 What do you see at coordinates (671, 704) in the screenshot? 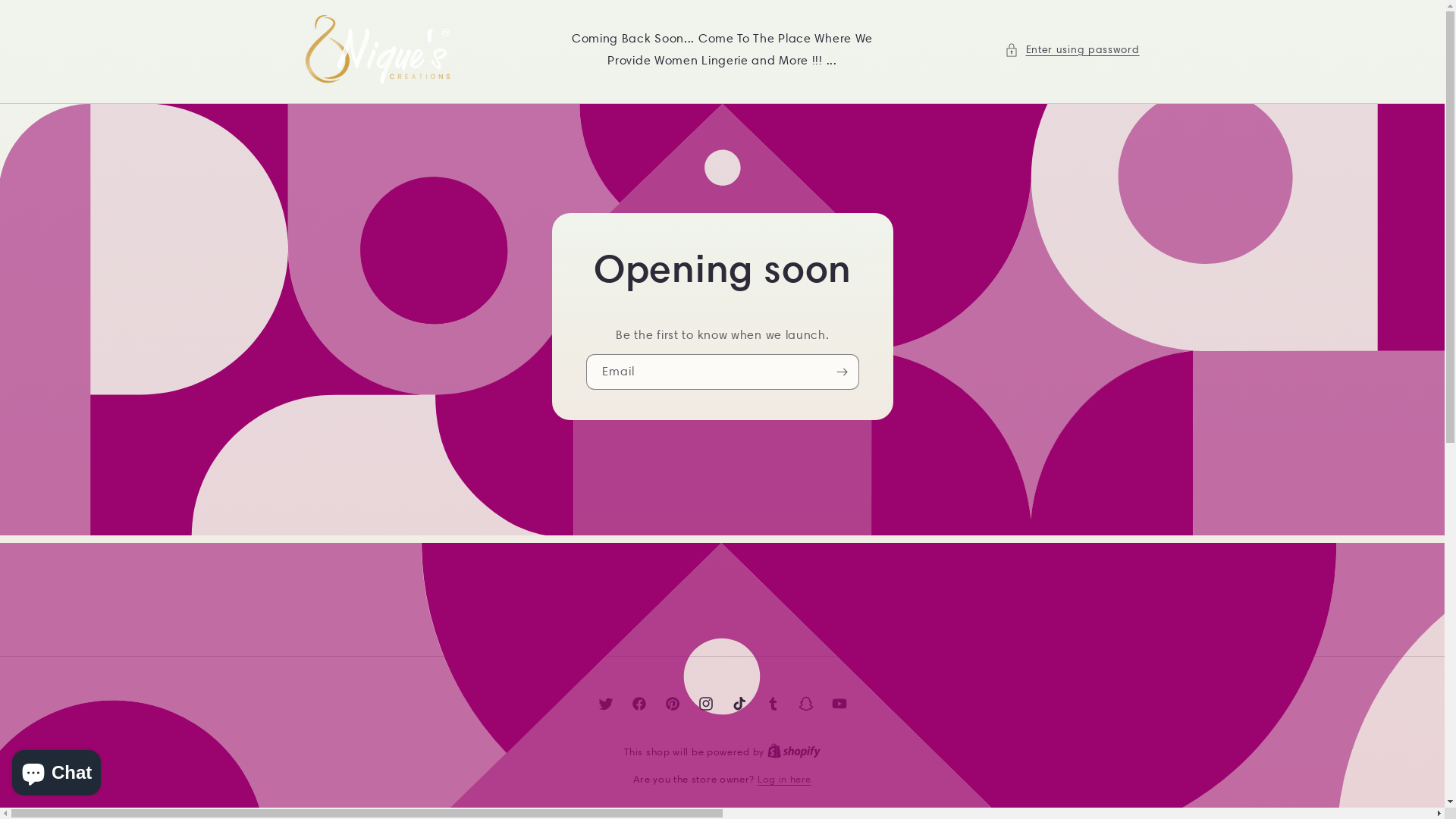
I see `'Pinterest'` at bounding box center [671, 704].